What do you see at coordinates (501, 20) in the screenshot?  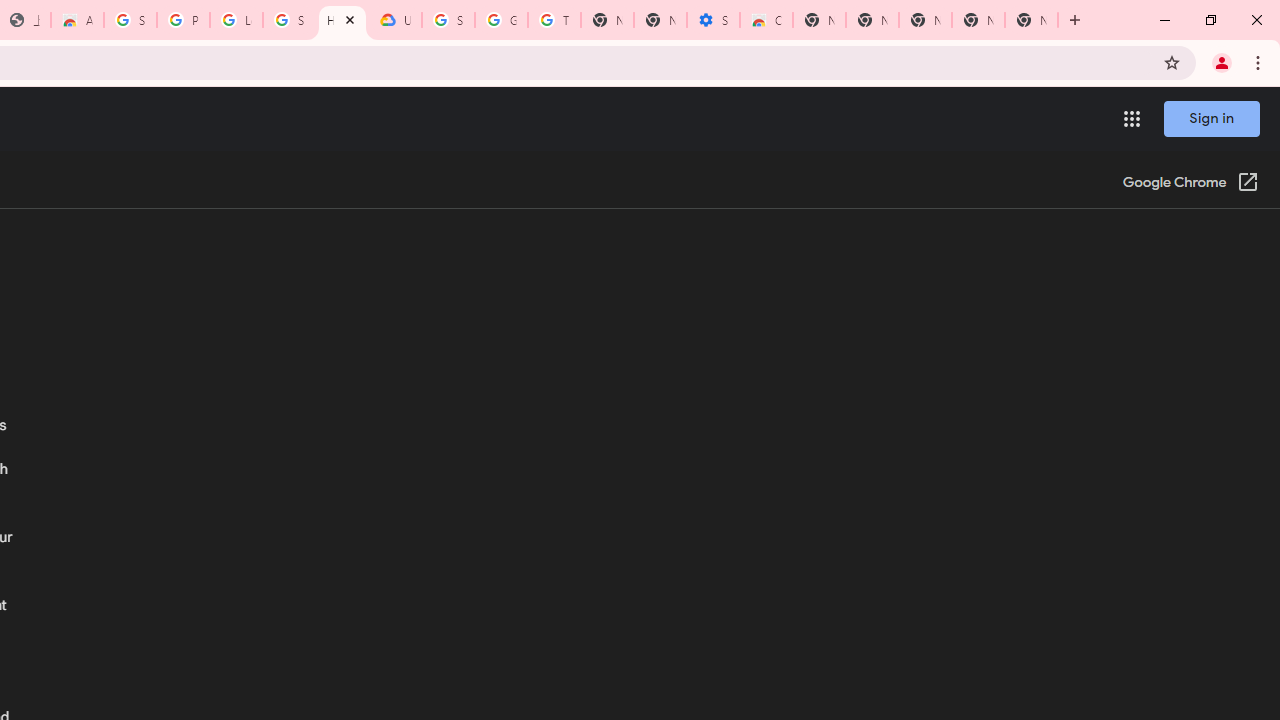 I see `'Google Account Help'` at bounding box center [501, 20].